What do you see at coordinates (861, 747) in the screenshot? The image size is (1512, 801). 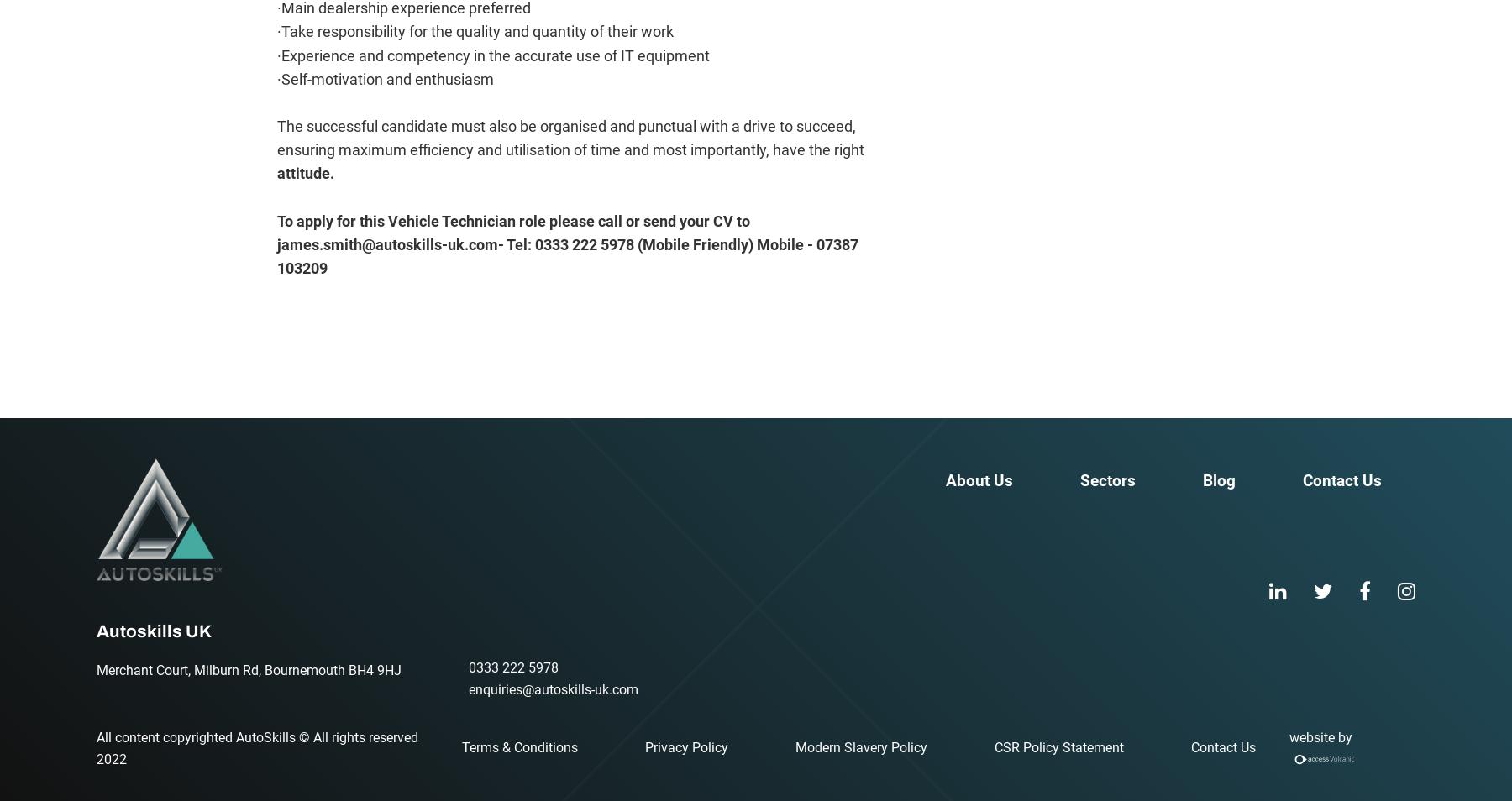 I see `'Modern Slavery Policy'` at bounding box center [861, 747].